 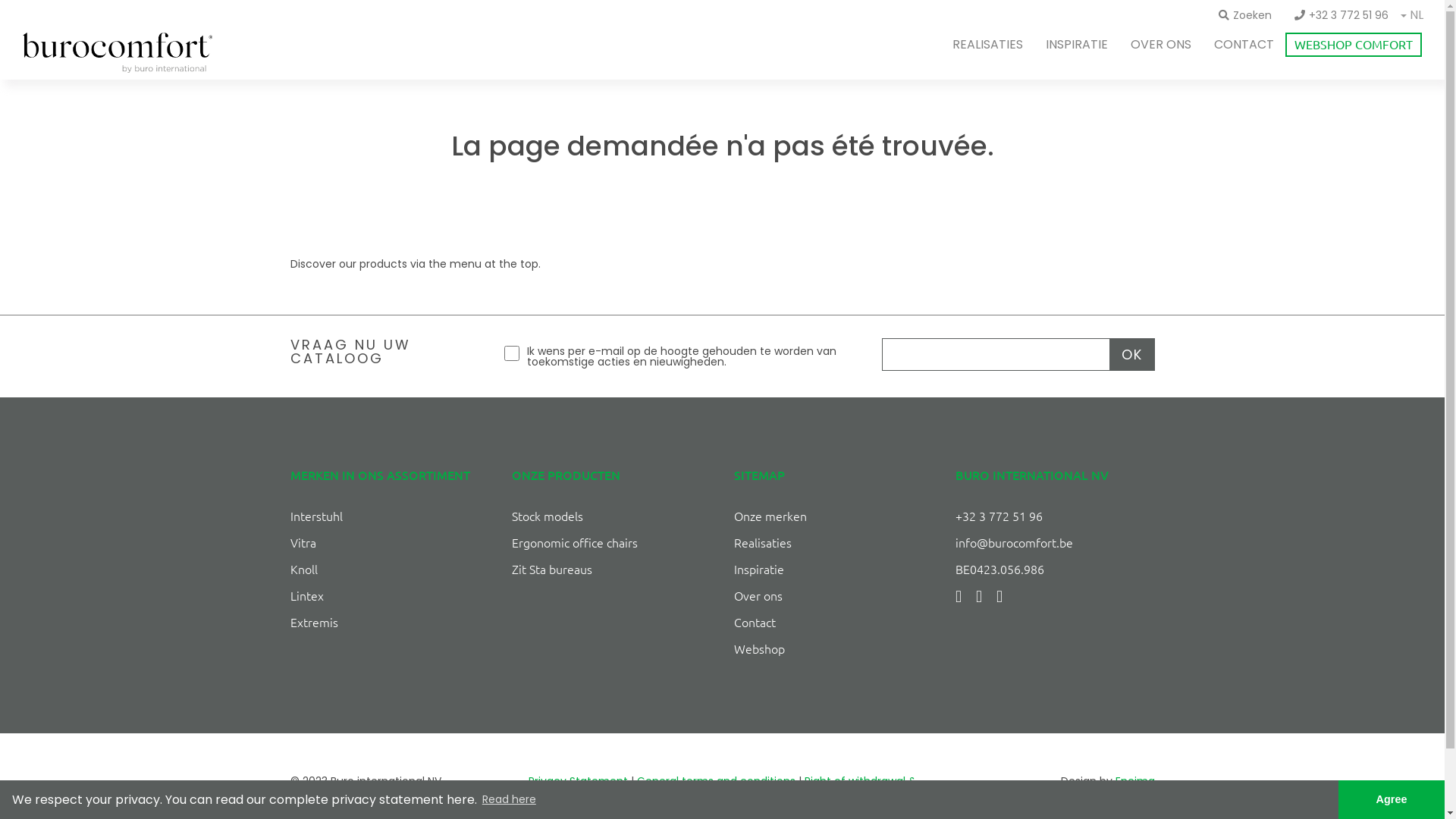 What do you see at coordinates (303, 568) in the screenshot?
I see `'Knoll'` at bounding box center [303, 568].